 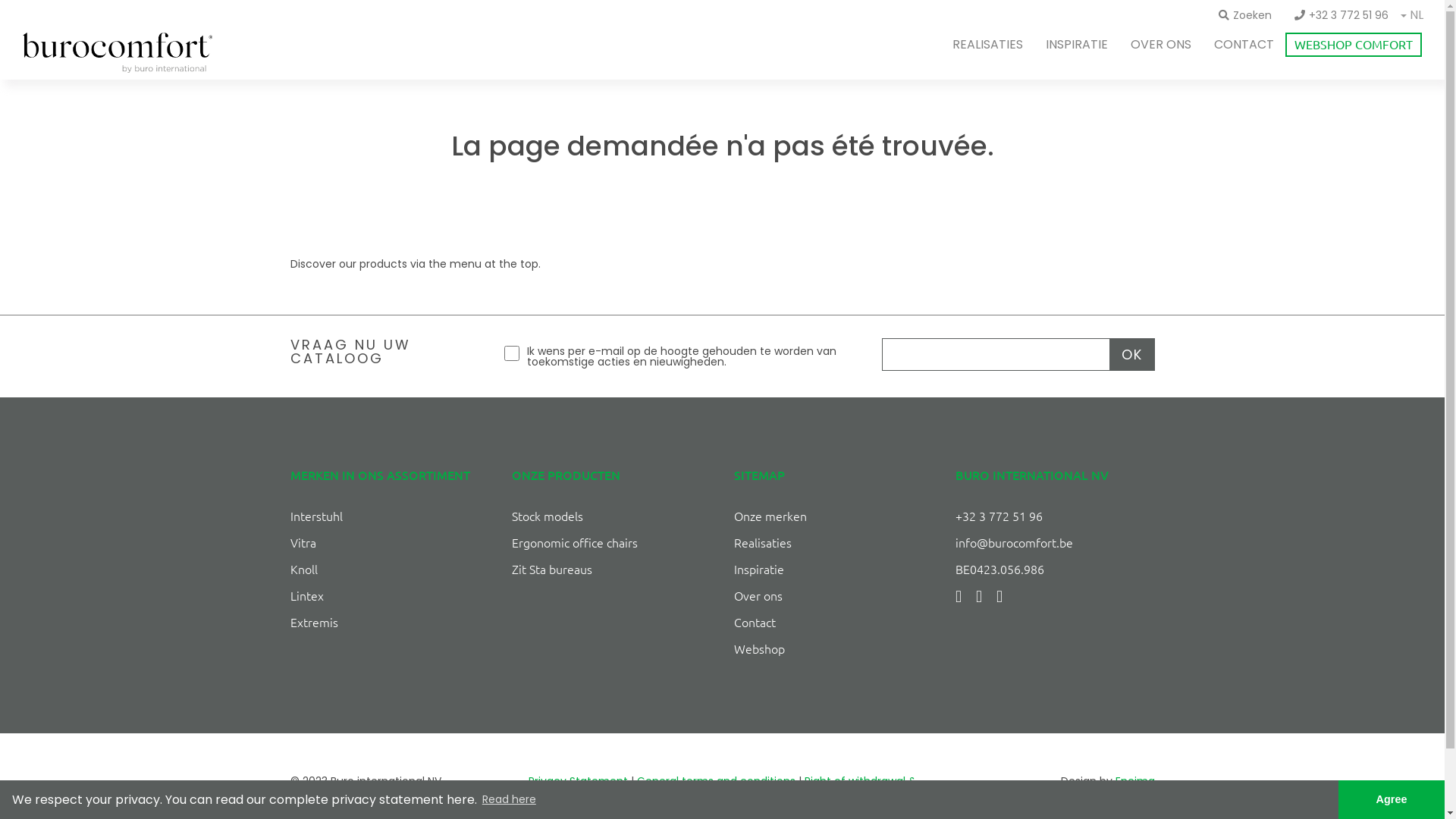 What do you see at coordinates (303, 568) in the screenshot?
I see `'Knoll'` at bounding box center [303, 568].